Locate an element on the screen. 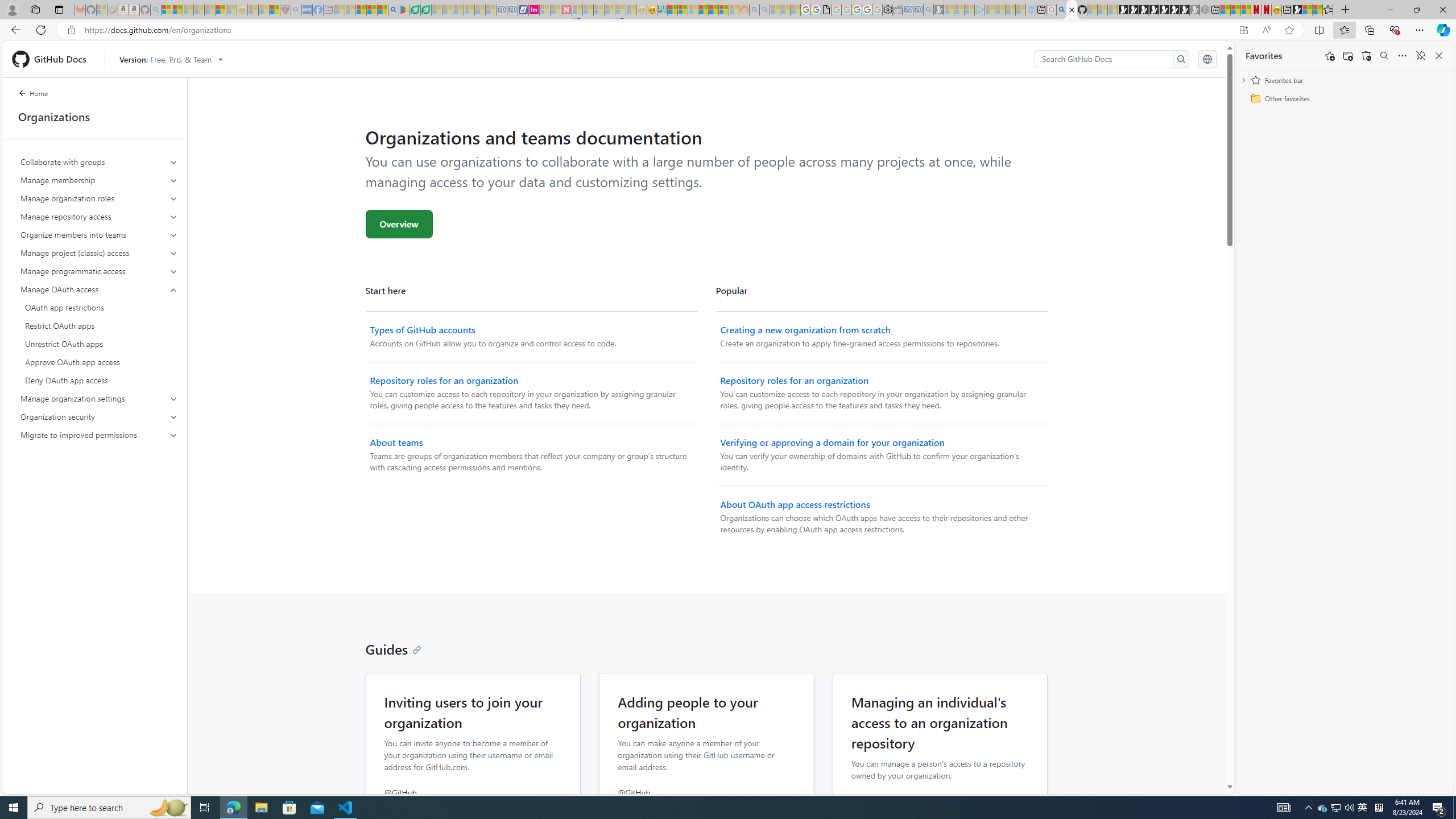  'Deny OAuth app access' is located at coordinates (99, 379).